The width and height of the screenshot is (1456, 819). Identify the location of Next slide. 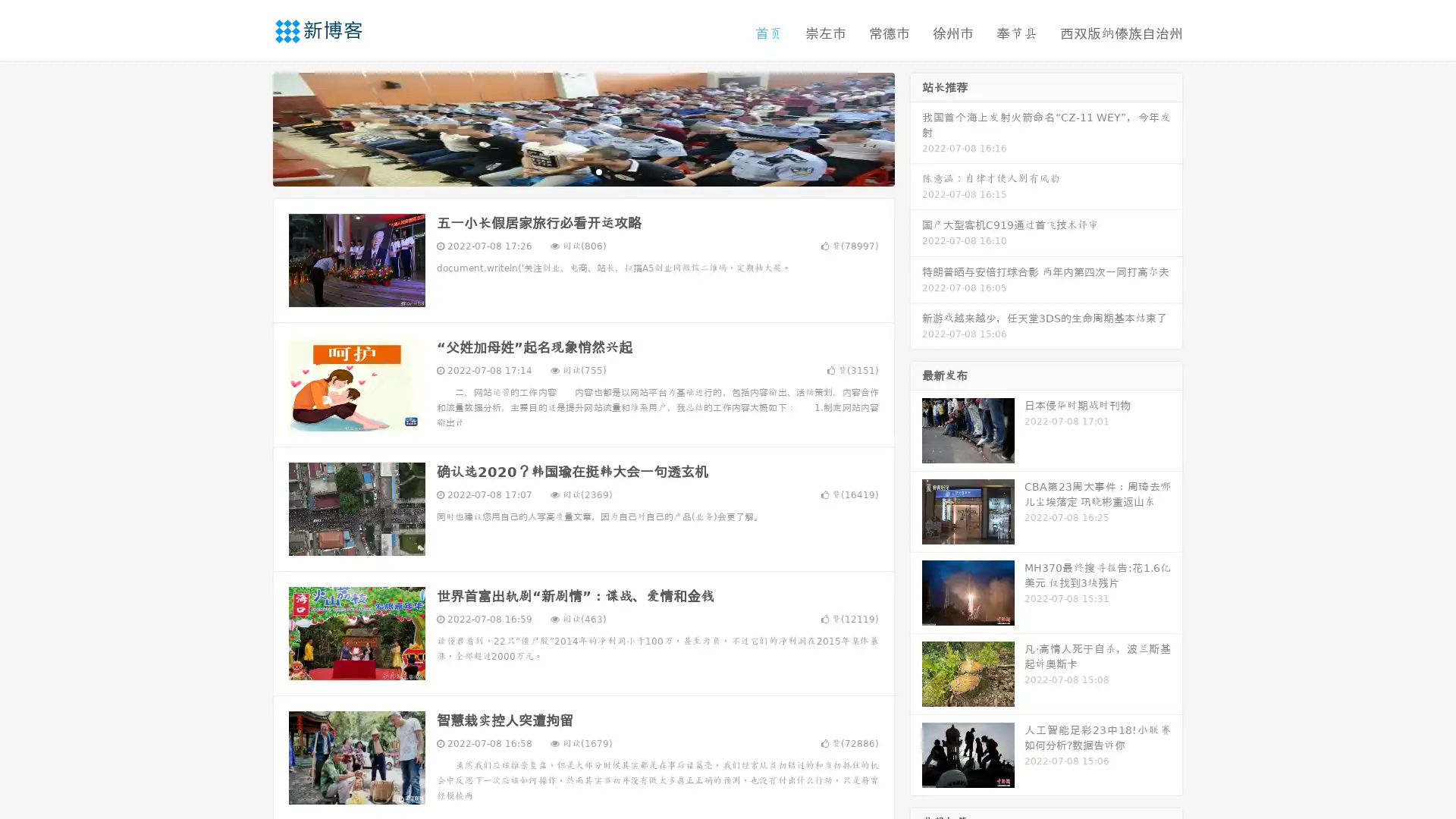
(916, 127).